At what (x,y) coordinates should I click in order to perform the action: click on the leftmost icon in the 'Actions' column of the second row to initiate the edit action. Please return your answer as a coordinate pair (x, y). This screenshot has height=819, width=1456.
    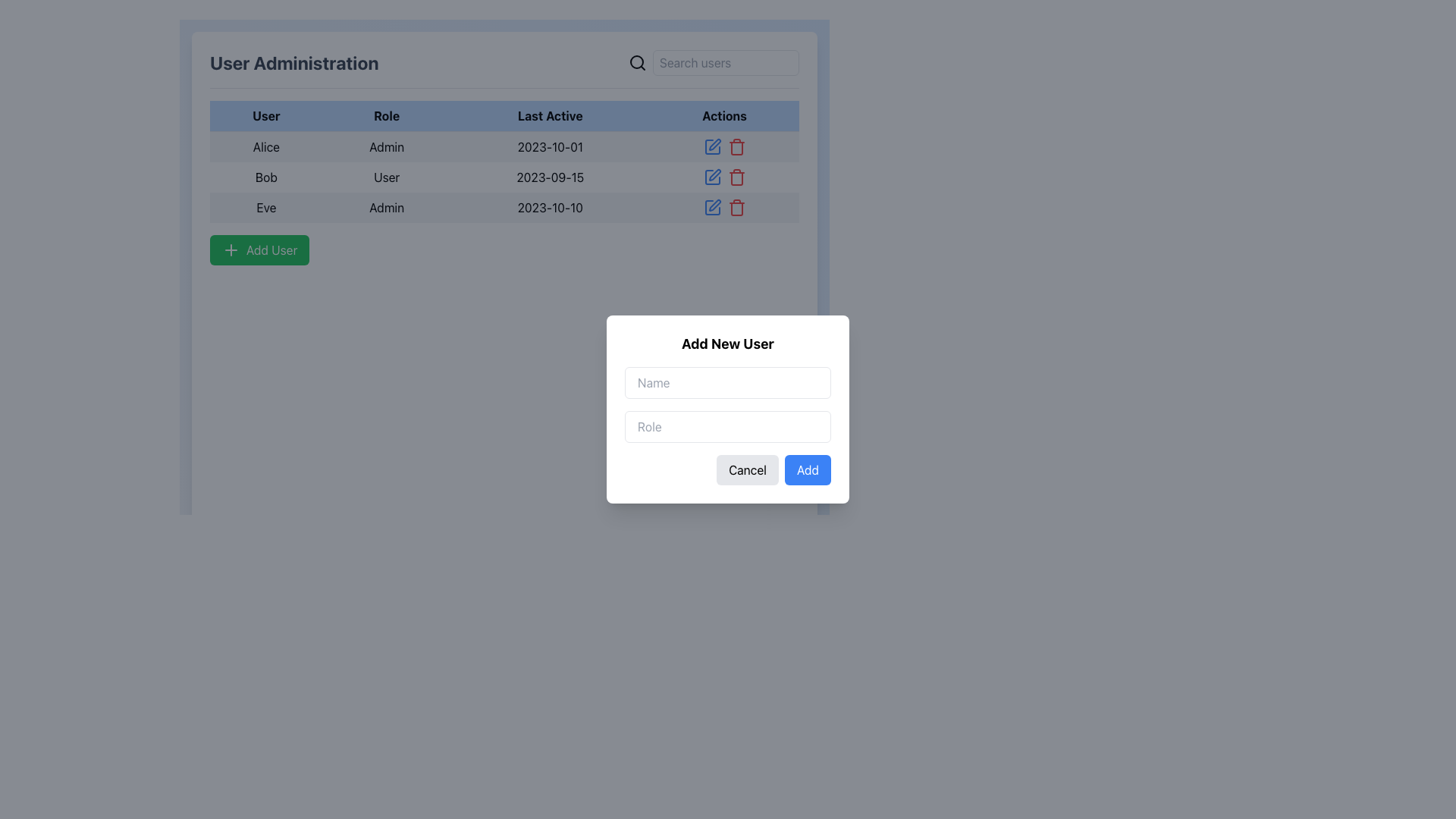
    Looking at the image, I should click on (713, 174).